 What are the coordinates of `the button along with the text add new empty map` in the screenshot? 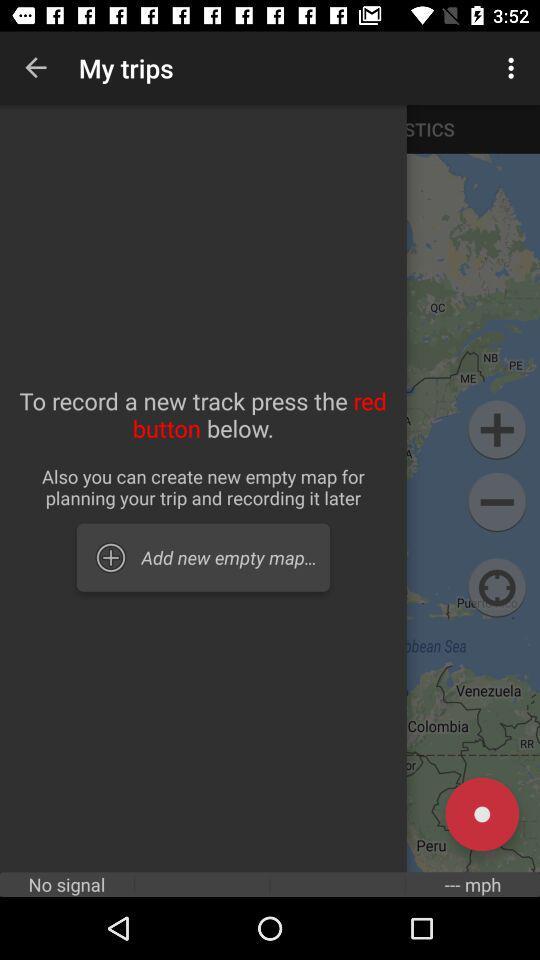 It's located at (202, 558).